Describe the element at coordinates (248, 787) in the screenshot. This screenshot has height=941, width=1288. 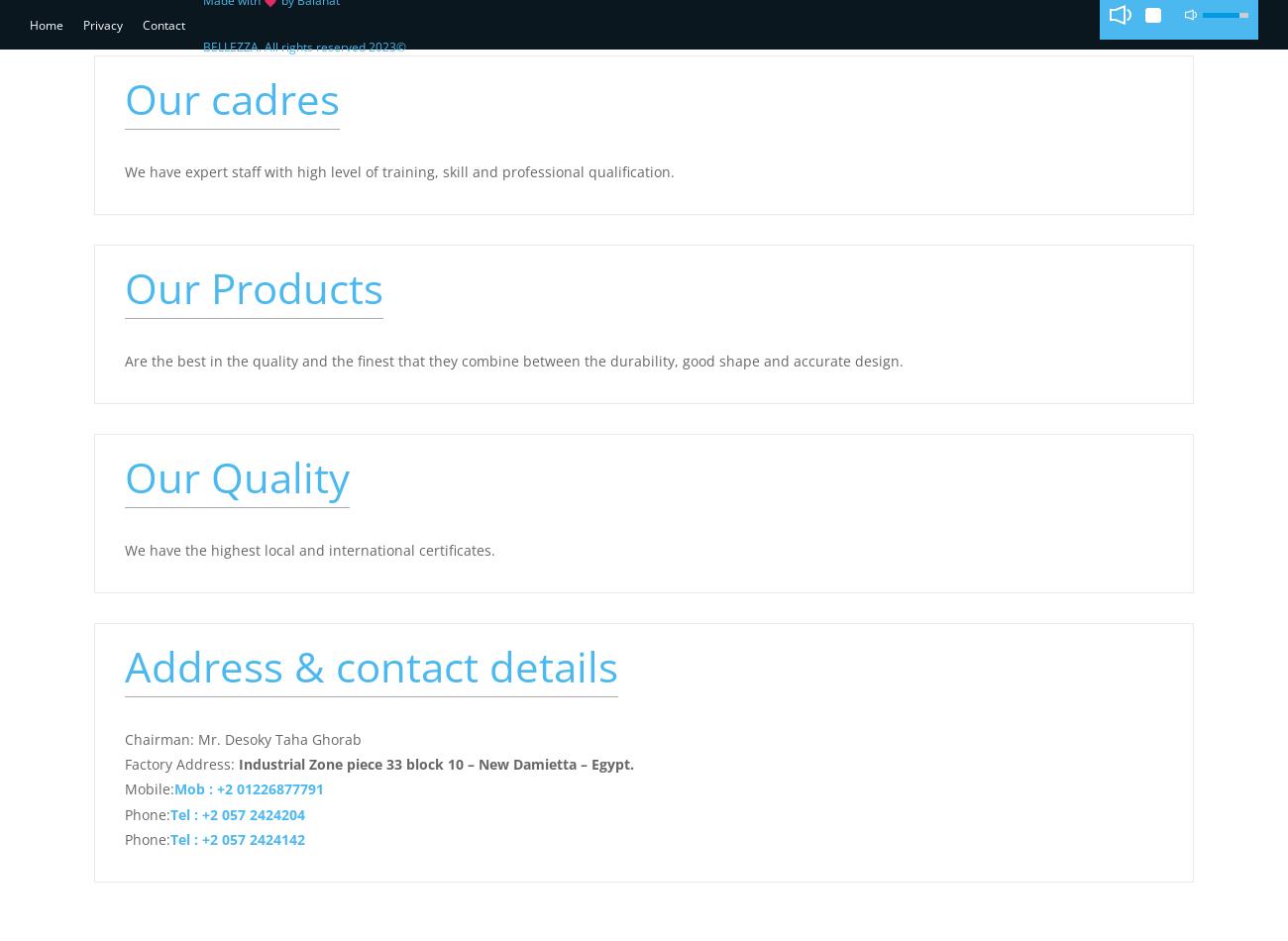
I see `'Mob : +2 01226877791'` at that location.